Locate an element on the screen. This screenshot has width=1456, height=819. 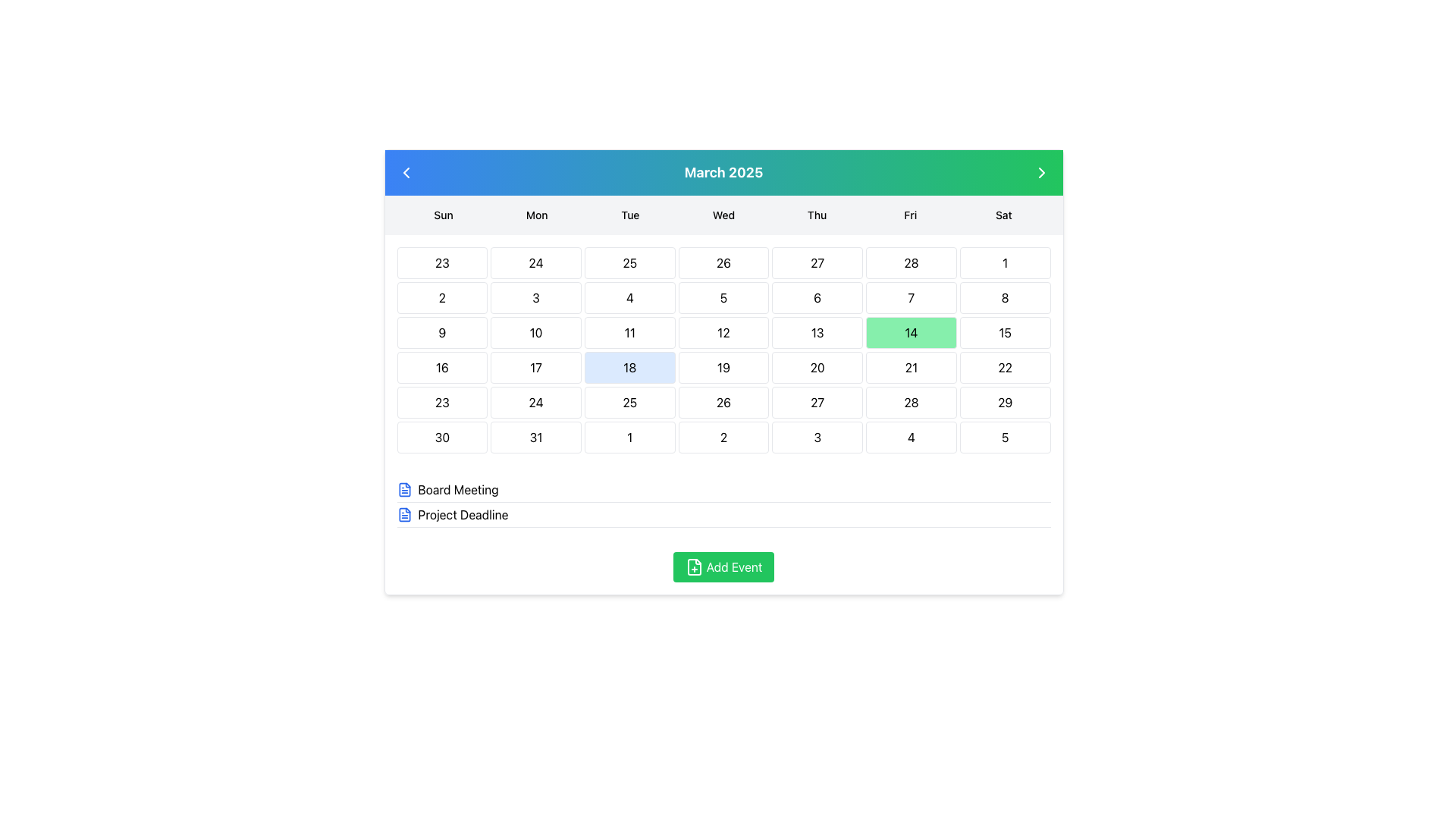
the static display cell representing the 27th day in the calendar view, located in the 5th row and 4th column of the grid layout is located at coordinates (817, 402).